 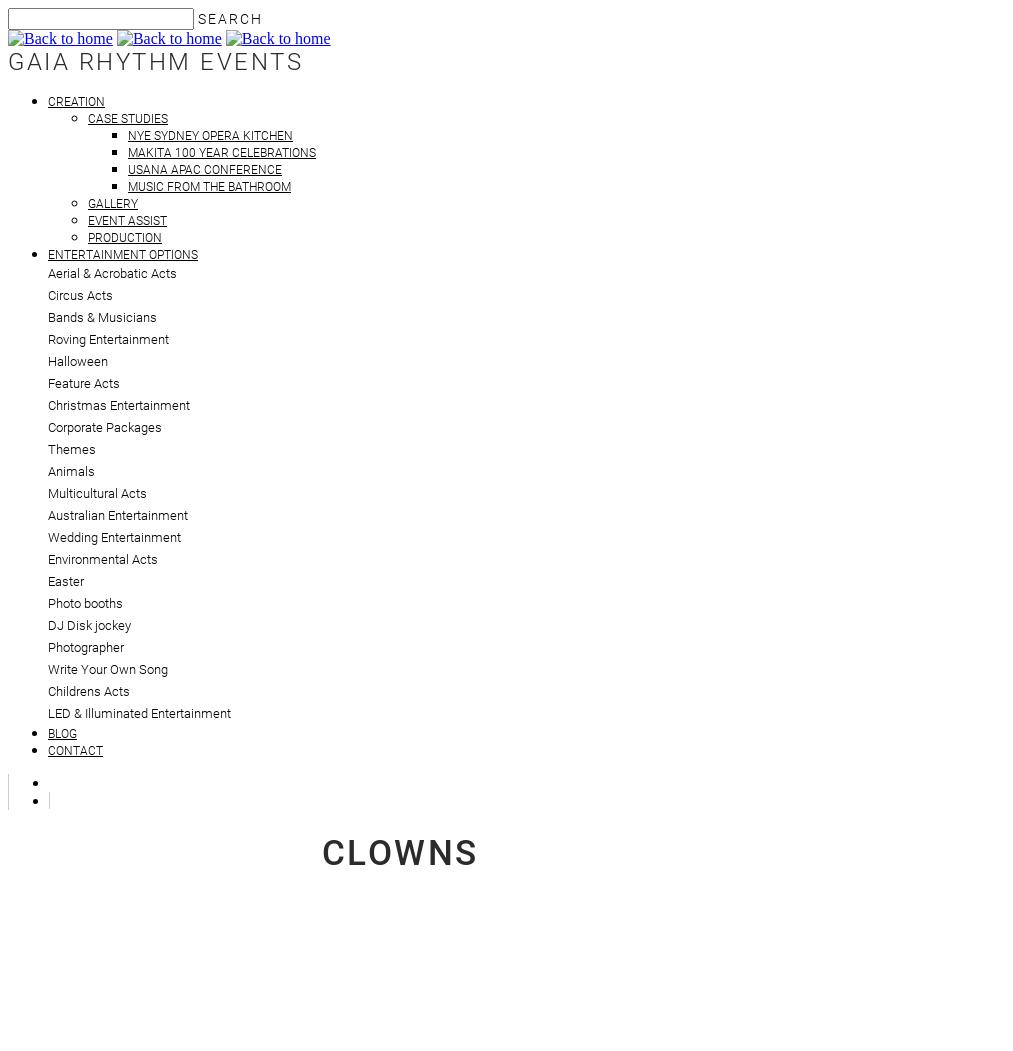 What do you see at coordinates (208, 186) in the screenshot?
I see `'Music from the Bathroom'` at bounding box center [208, 186].